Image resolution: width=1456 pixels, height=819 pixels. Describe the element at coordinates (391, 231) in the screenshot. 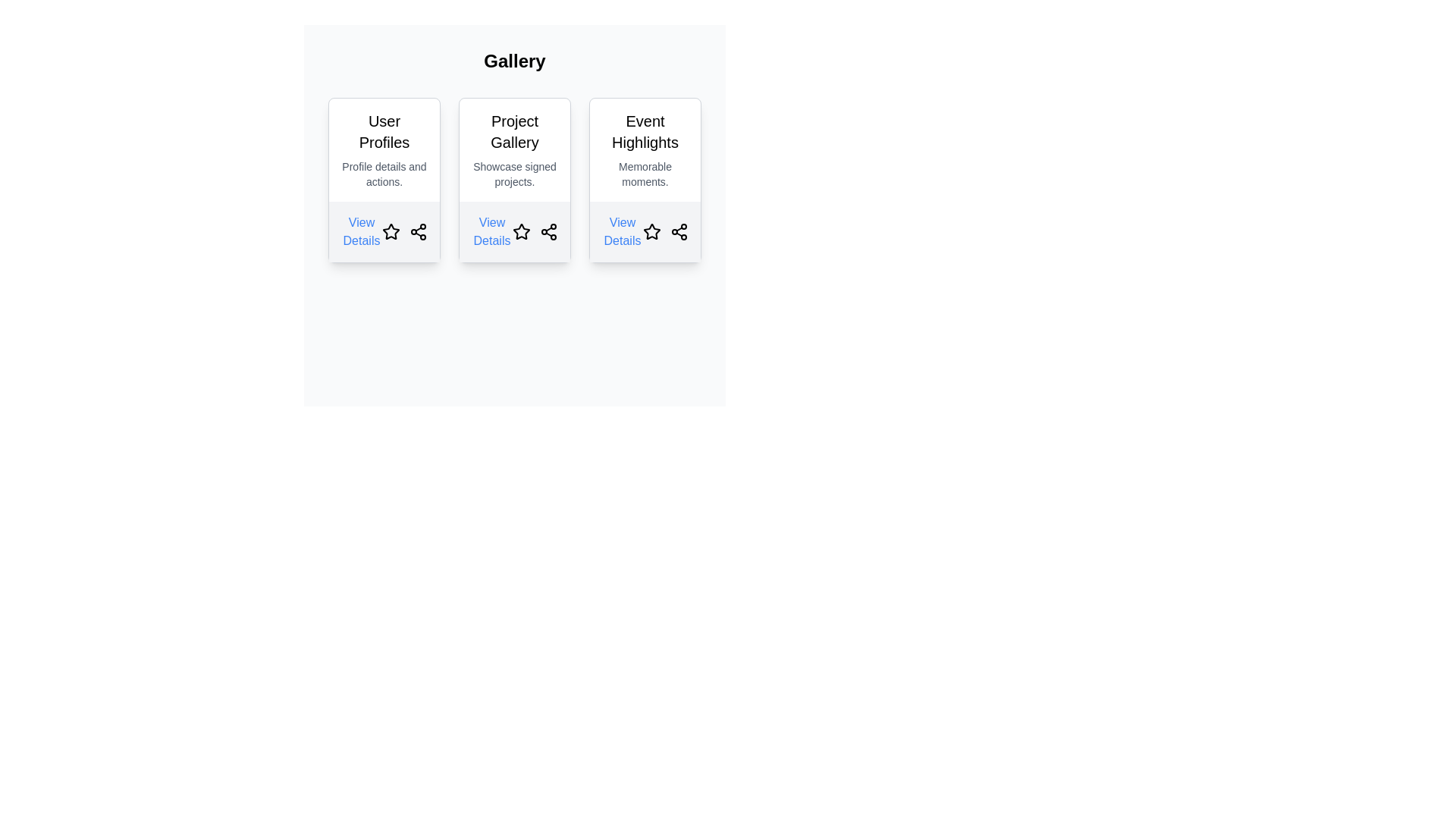

I see `the five-pointed star icon button, which is located at the bottom section of the 'User Profiles' card, positioned between the 'View Details' text link and a share icon` at that location.